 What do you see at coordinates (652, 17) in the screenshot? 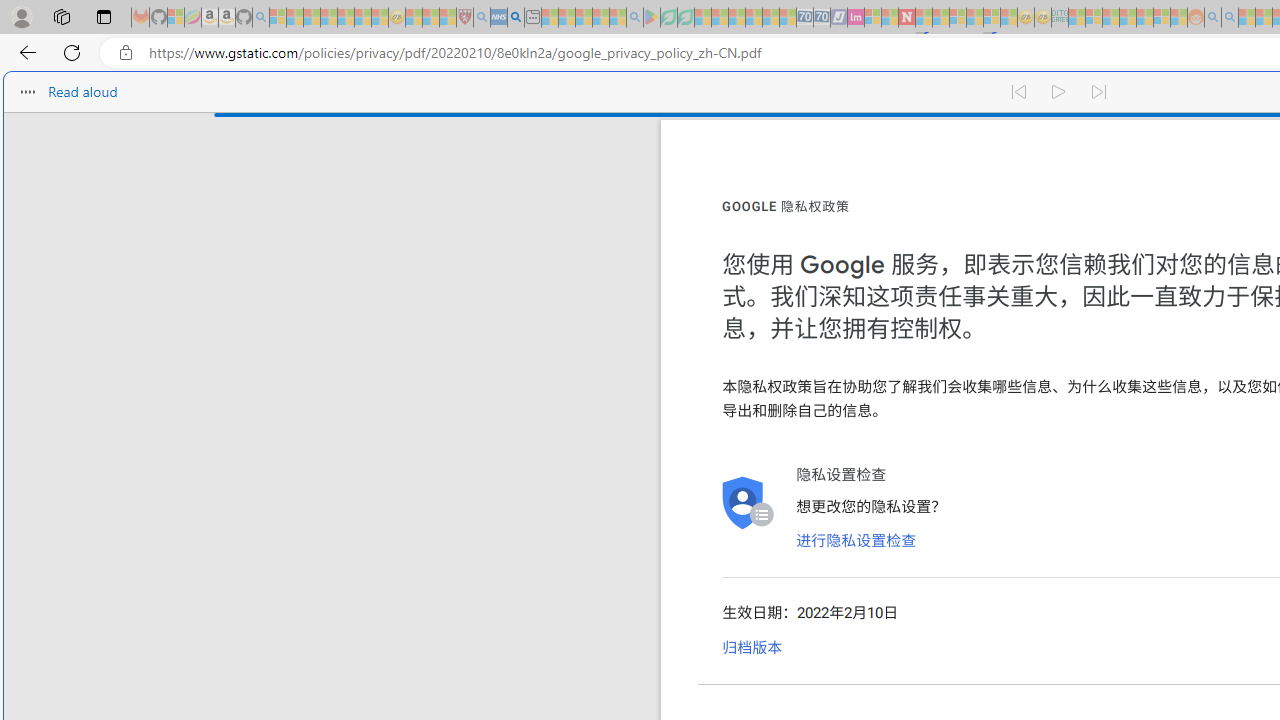
I see `'Bluey: Let'` at bounding box center [652, 17].